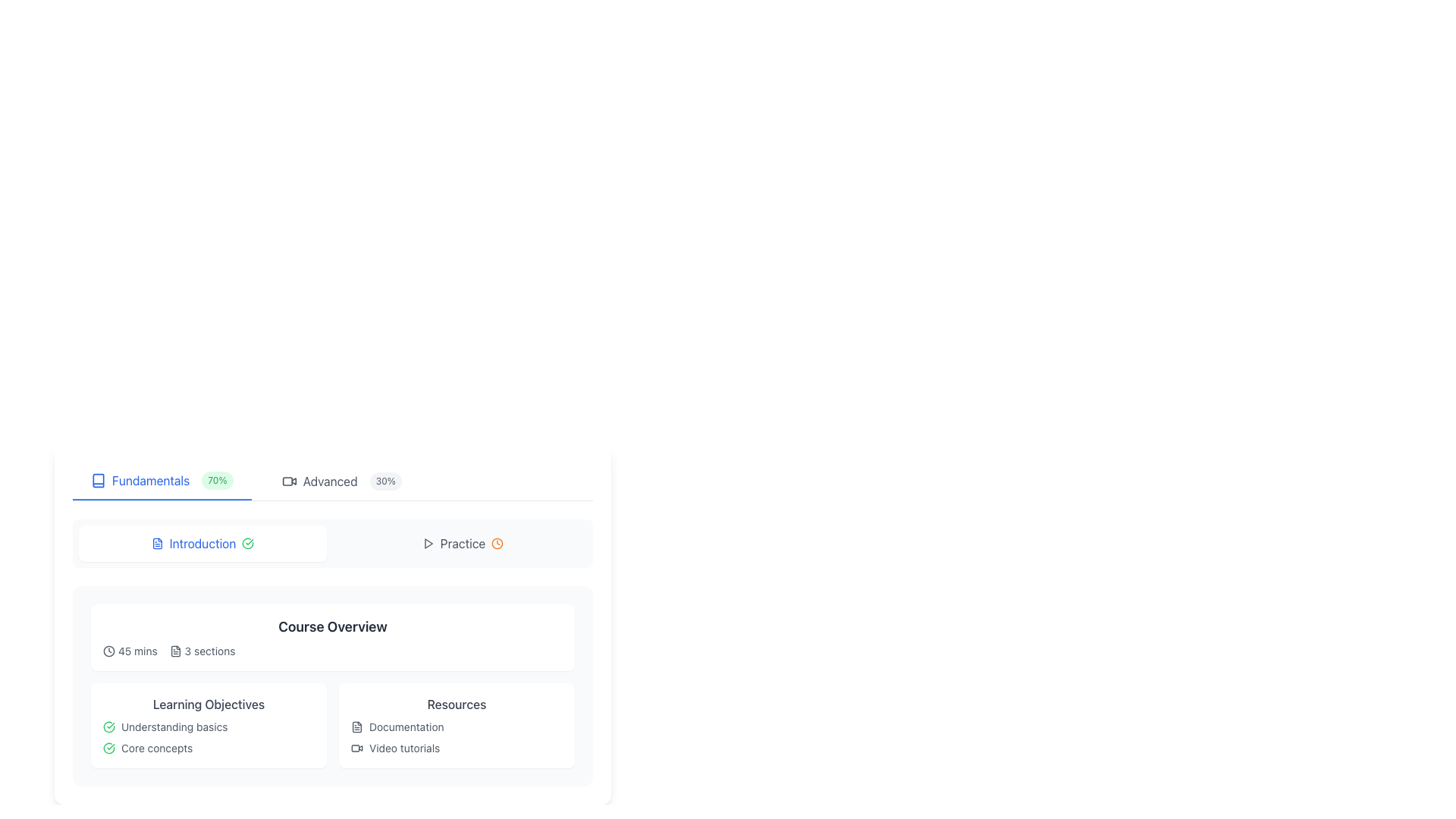 This screenshot has height=819, width=1456. Describe the element at coordinates (331, 686) in the screenshot. I see `the organized display section for course objectives and resources located under the 'Course Overview' section` at that location.